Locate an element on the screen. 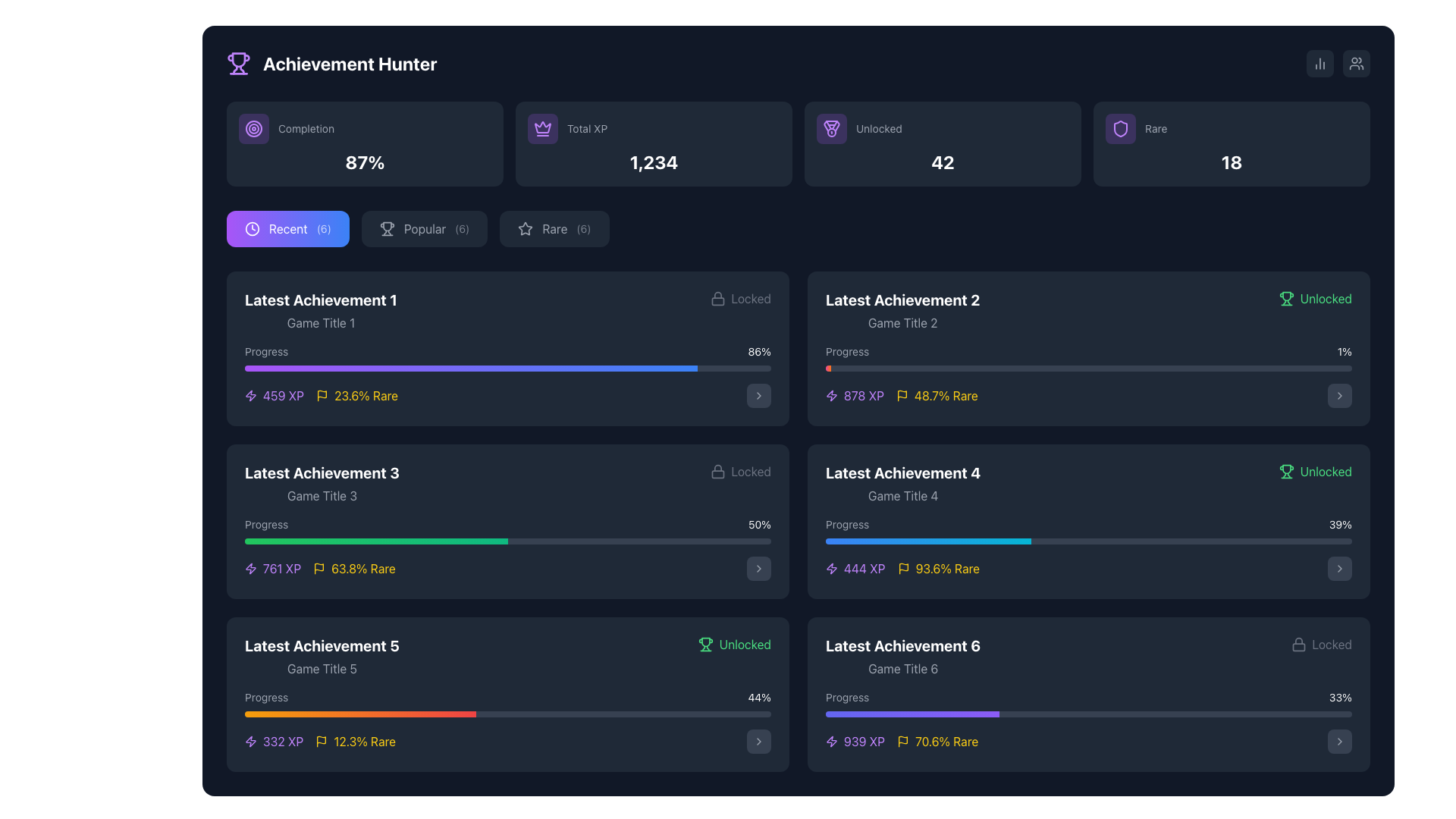 This screenshot has height=819, width=1456. the upper part of the flag shape within the SVG icon located in the bottom-right section of the 'Latest Achievement 4' card is located at coordinates (903, 567).